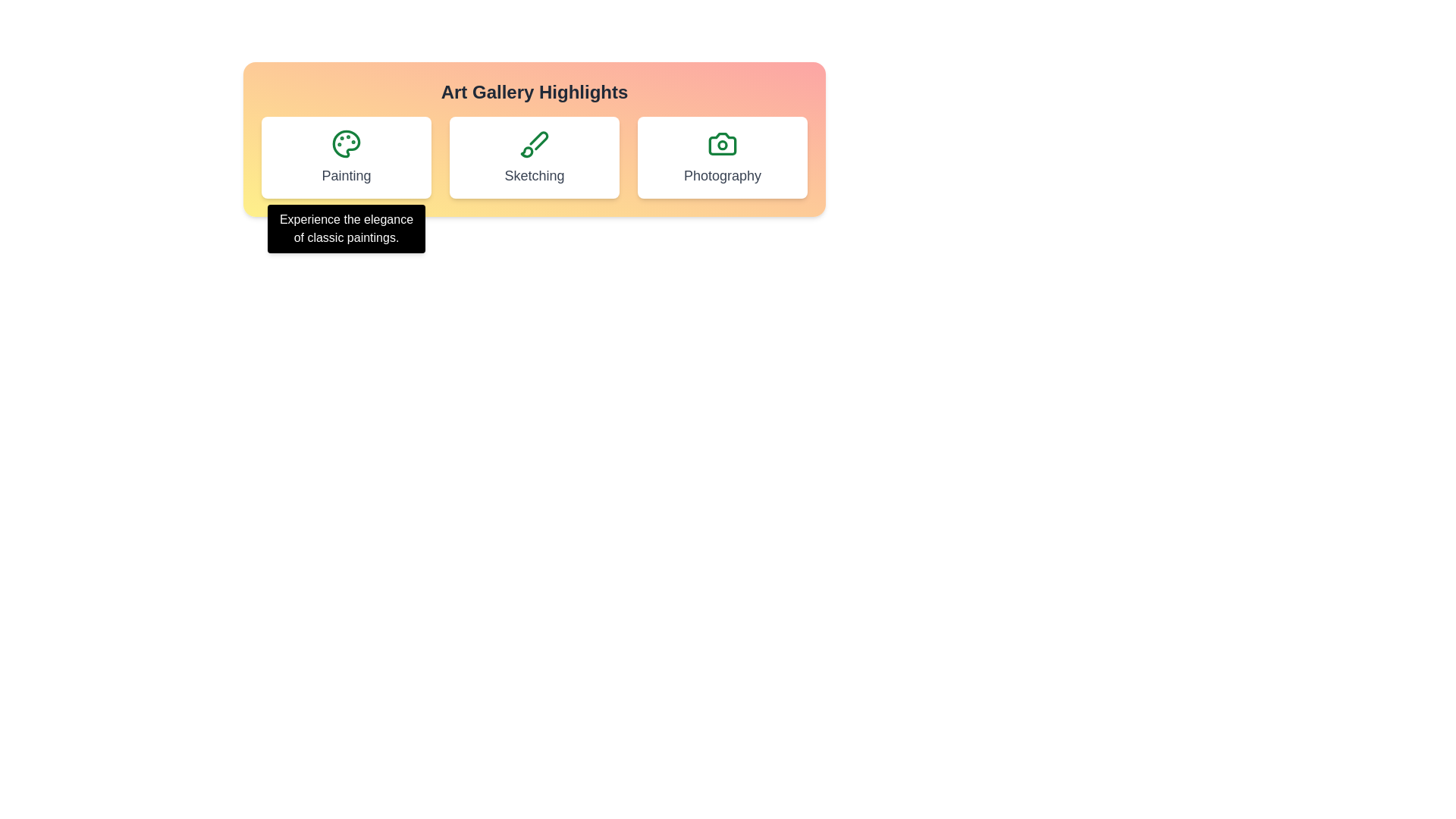 The image size is (1456, 819). I want to click on the circular decorative SVG shape that represents the camera's lens within the camera icon, located on the far right of the 'Art Gallery Highlights' section, so click(722, 145).